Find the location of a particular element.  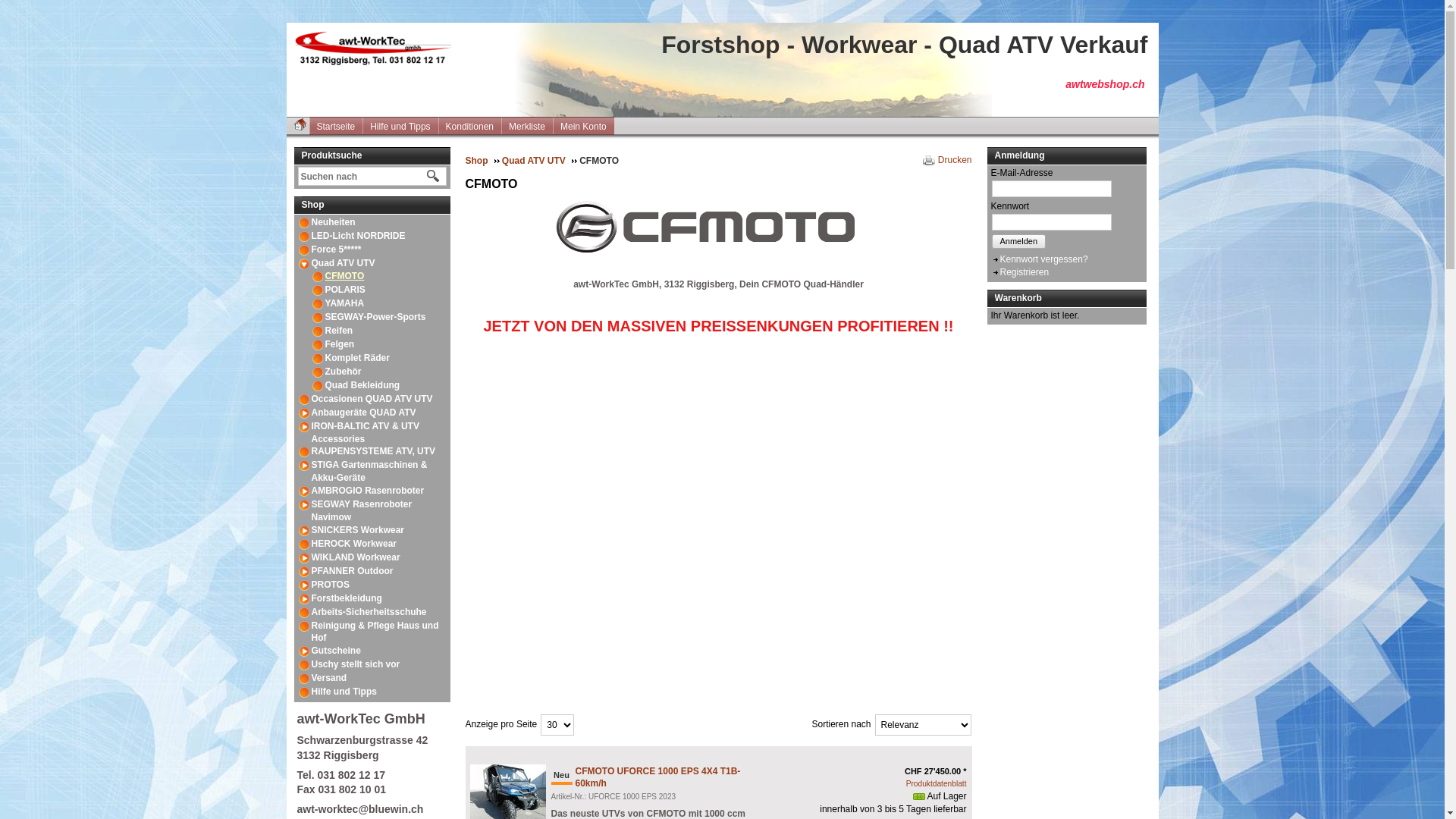

'Quad ATV UTV' is located at coordinates (342, 262).